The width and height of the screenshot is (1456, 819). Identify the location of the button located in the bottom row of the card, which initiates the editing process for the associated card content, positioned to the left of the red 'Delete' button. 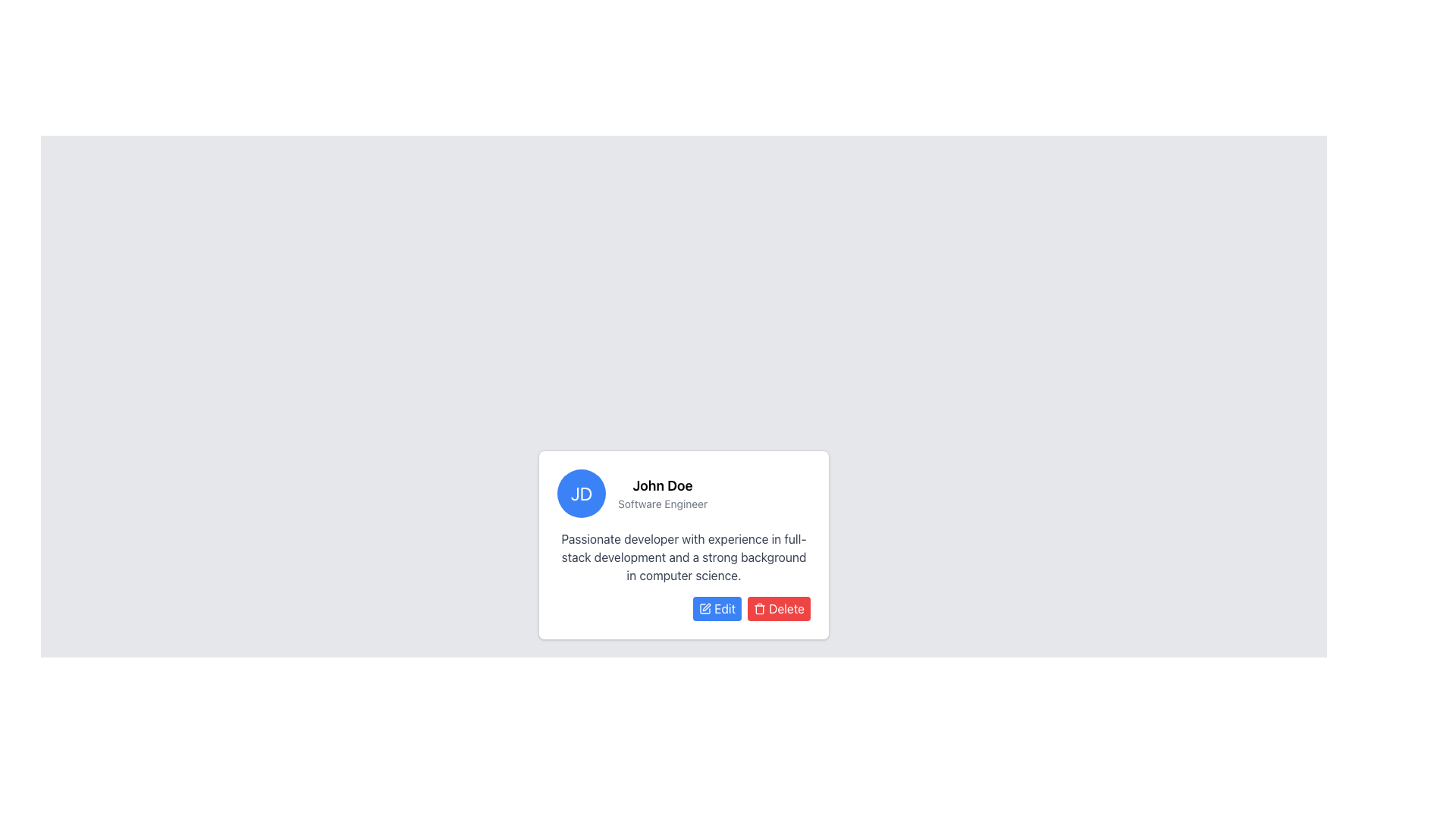
(717, 607).